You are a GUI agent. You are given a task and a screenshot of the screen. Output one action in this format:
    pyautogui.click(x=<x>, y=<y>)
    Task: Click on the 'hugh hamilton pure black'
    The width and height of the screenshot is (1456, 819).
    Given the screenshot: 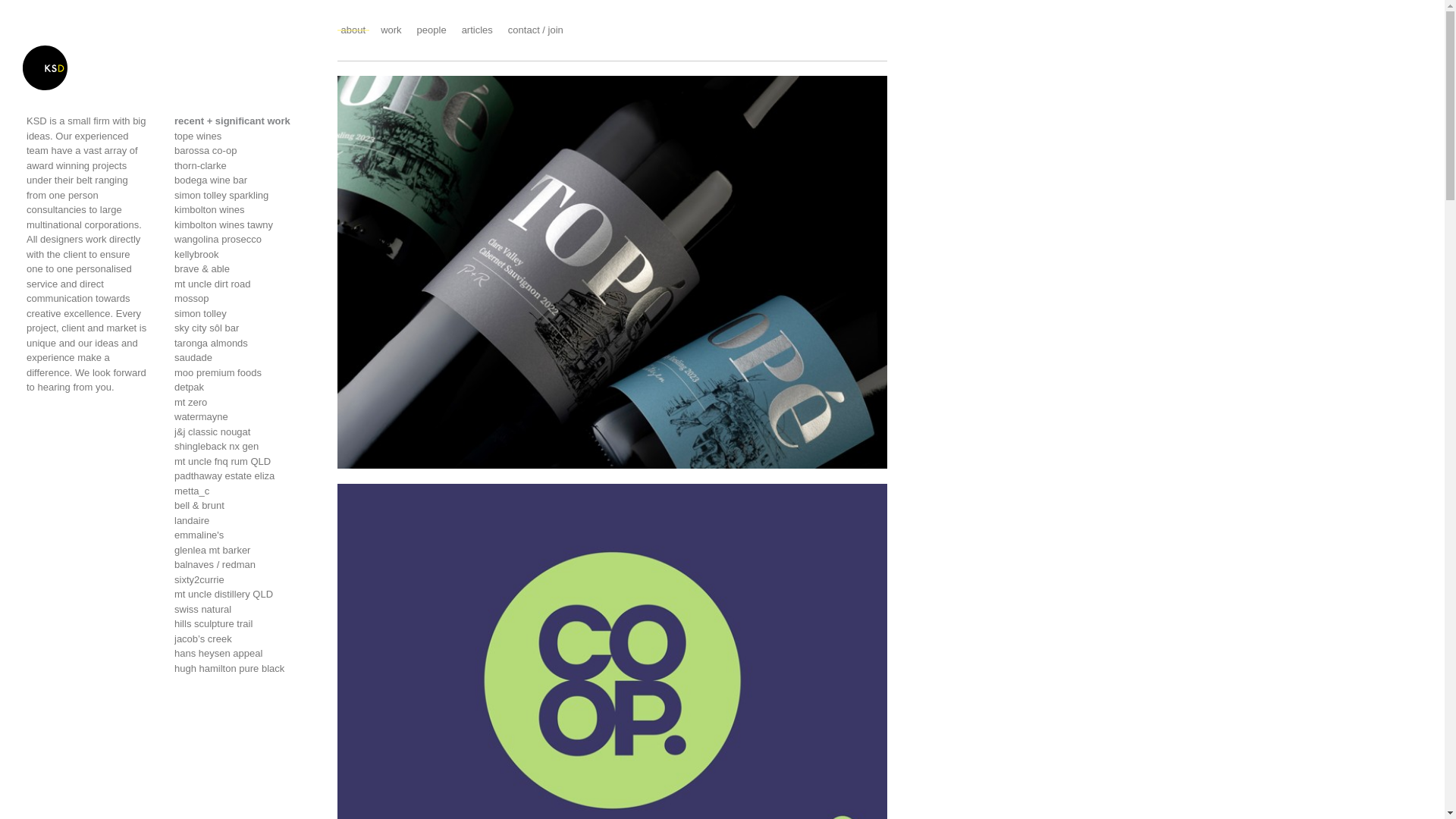 What is the action you would take?
    pyautogui.click(x=243, y=668)
    